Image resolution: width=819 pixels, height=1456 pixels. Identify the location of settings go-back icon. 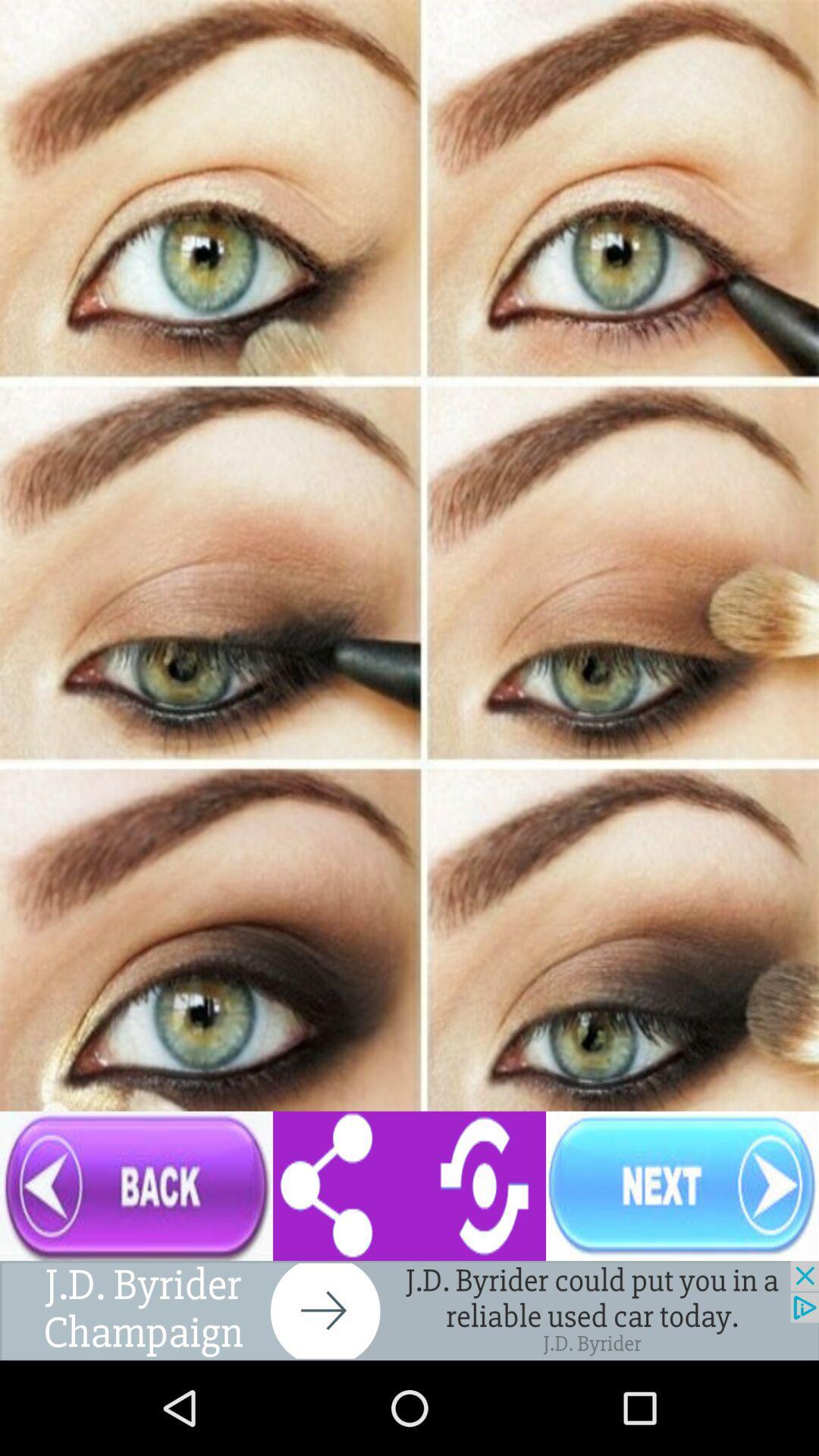
(409, 1185).